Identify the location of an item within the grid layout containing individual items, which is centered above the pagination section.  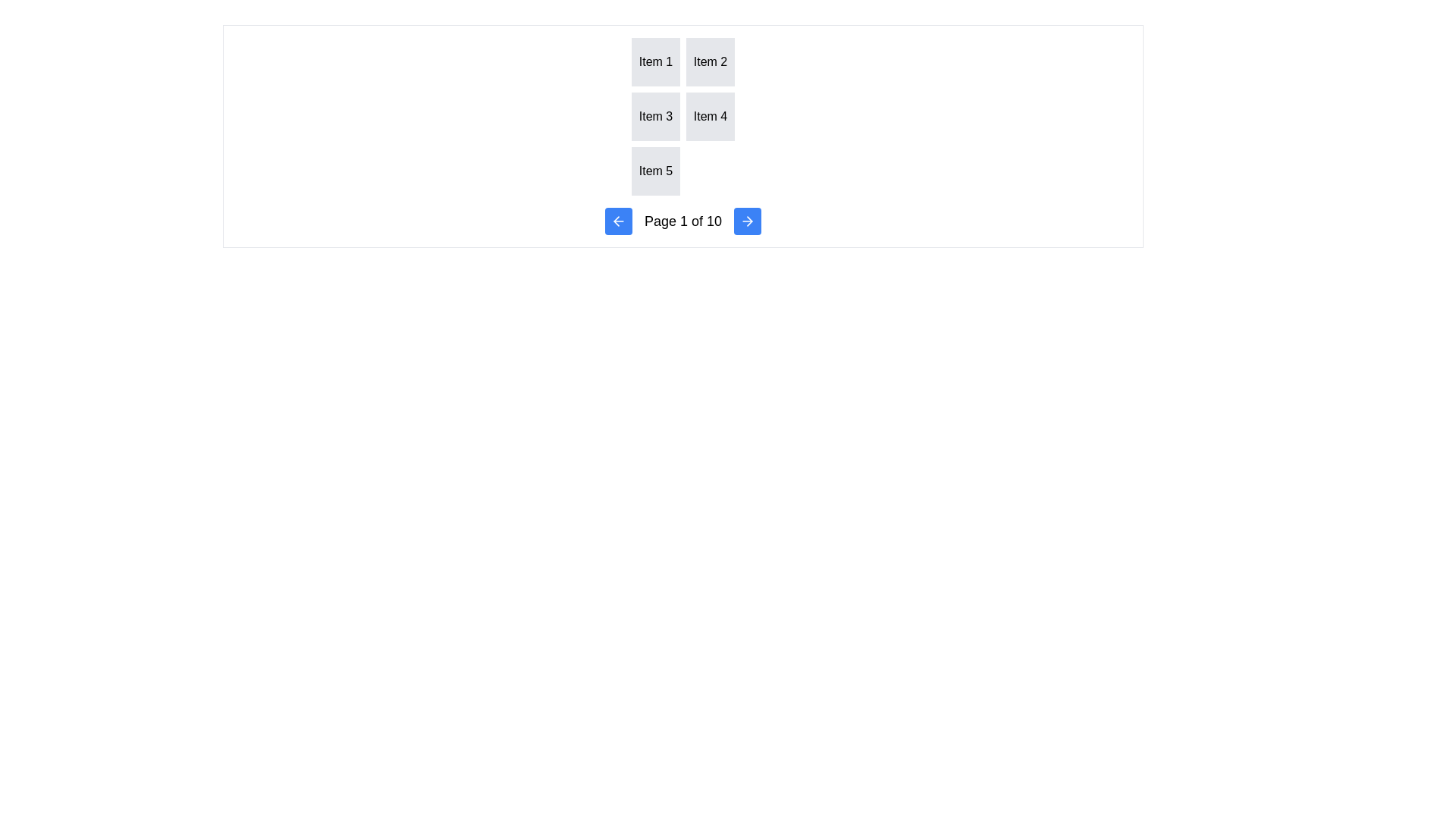
(682, 116).